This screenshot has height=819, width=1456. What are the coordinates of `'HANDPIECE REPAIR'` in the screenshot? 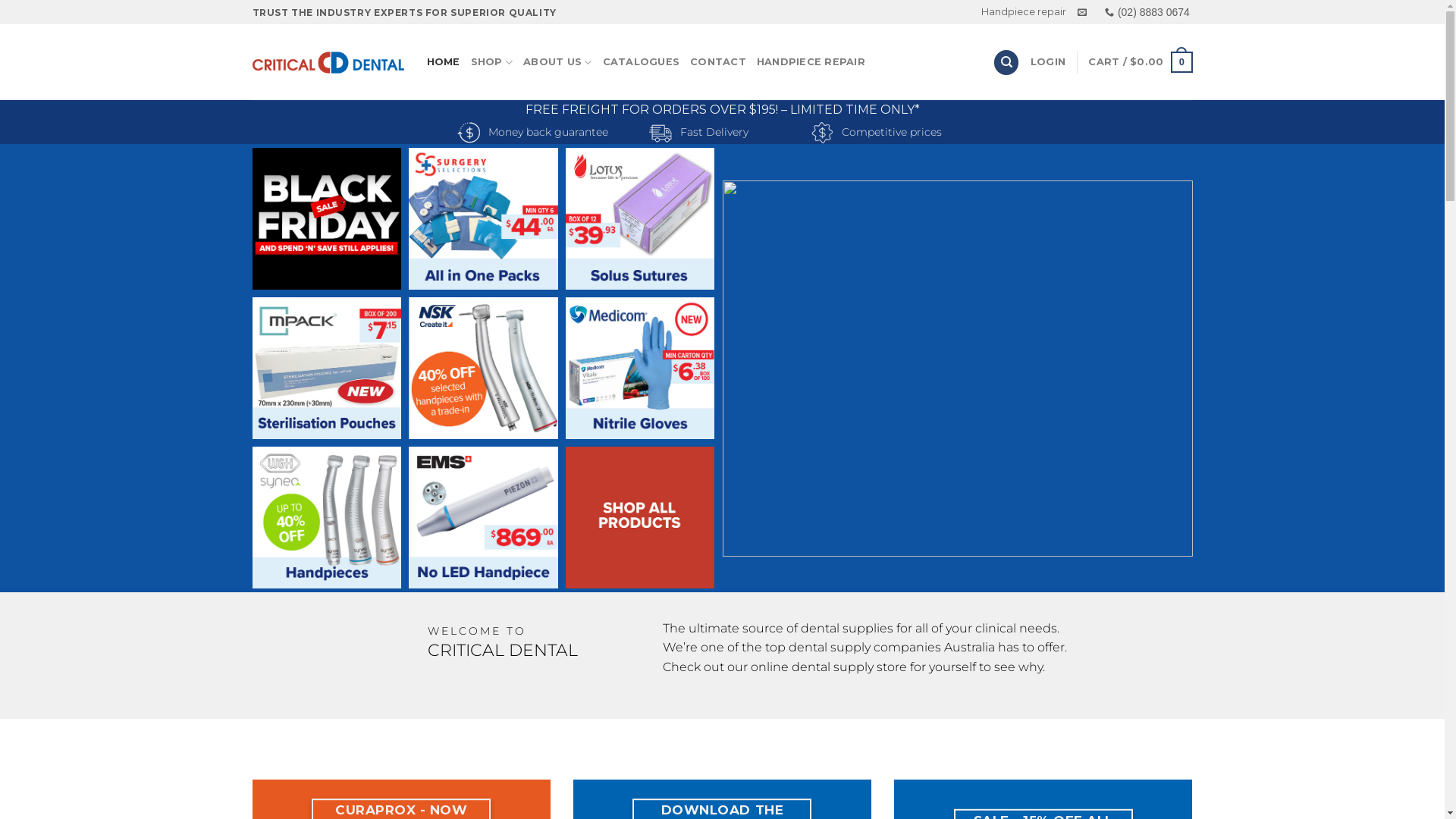 It's located at (757, 61).